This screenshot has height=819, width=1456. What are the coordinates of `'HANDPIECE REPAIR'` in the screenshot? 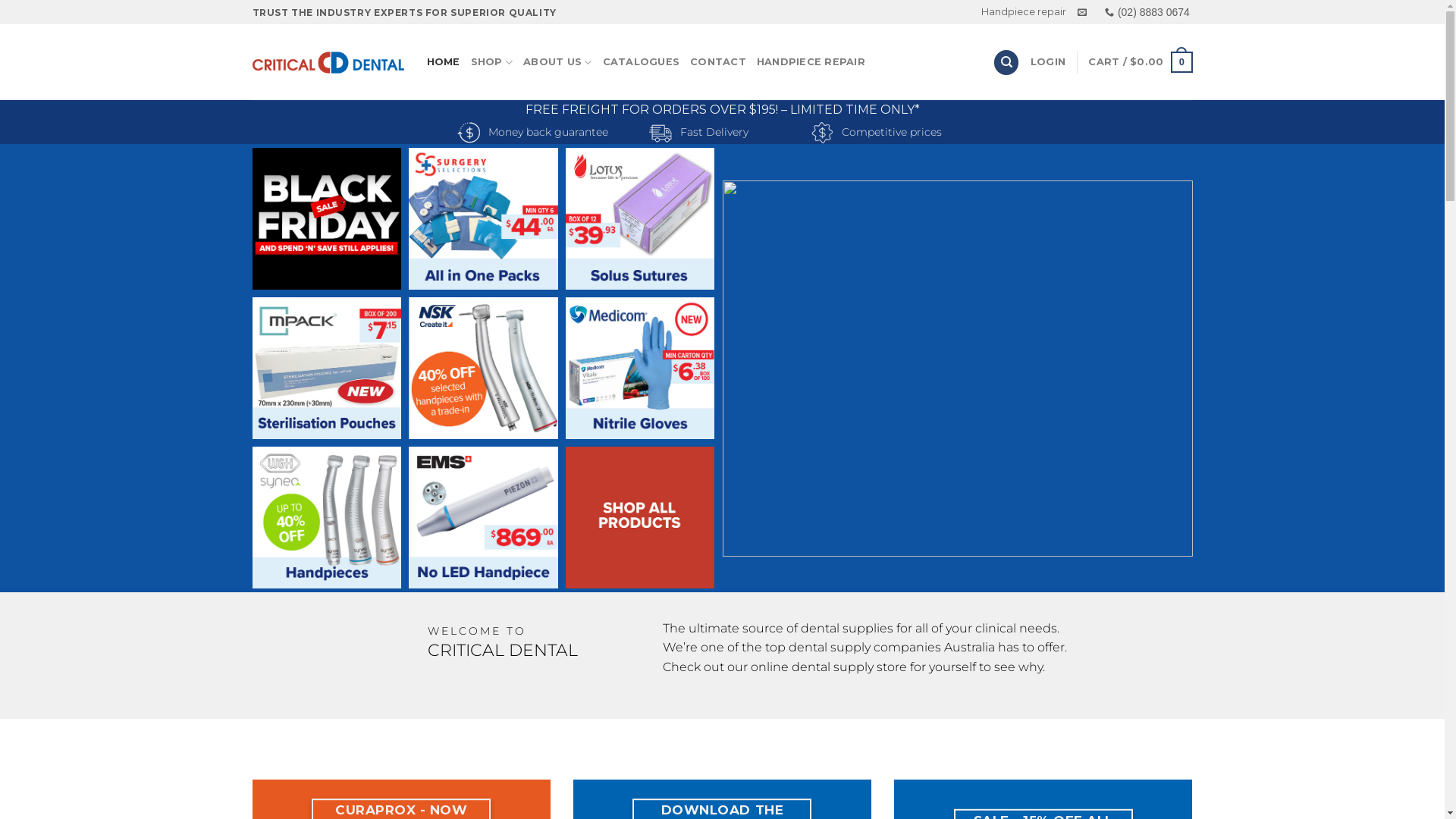 It's located at (757, 61).